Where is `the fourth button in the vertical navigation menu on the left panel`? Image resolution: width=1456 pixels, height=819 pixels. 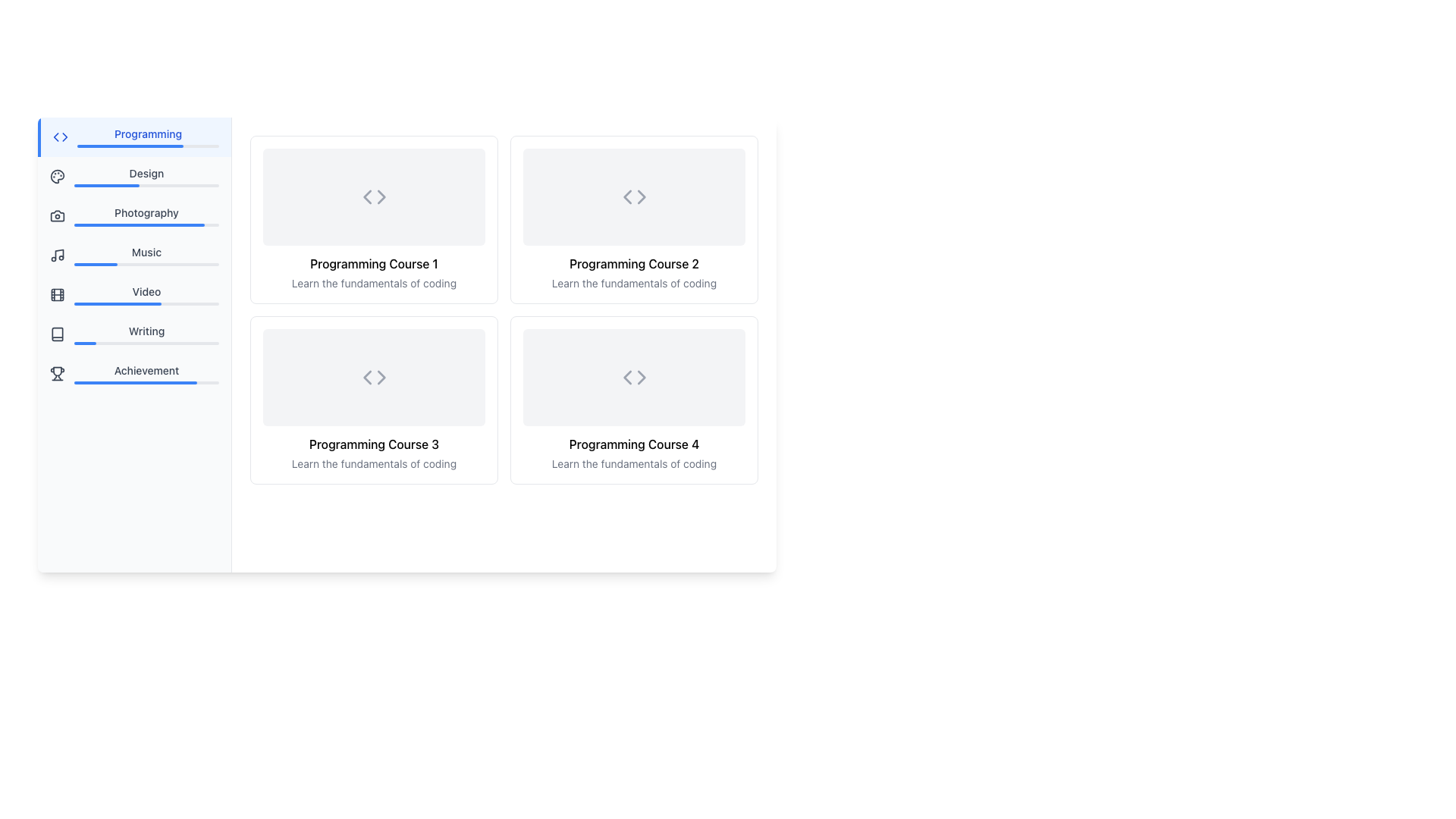 the fourth button in the vertical navigation menu on the left panel is located at coordinates (134, 254).